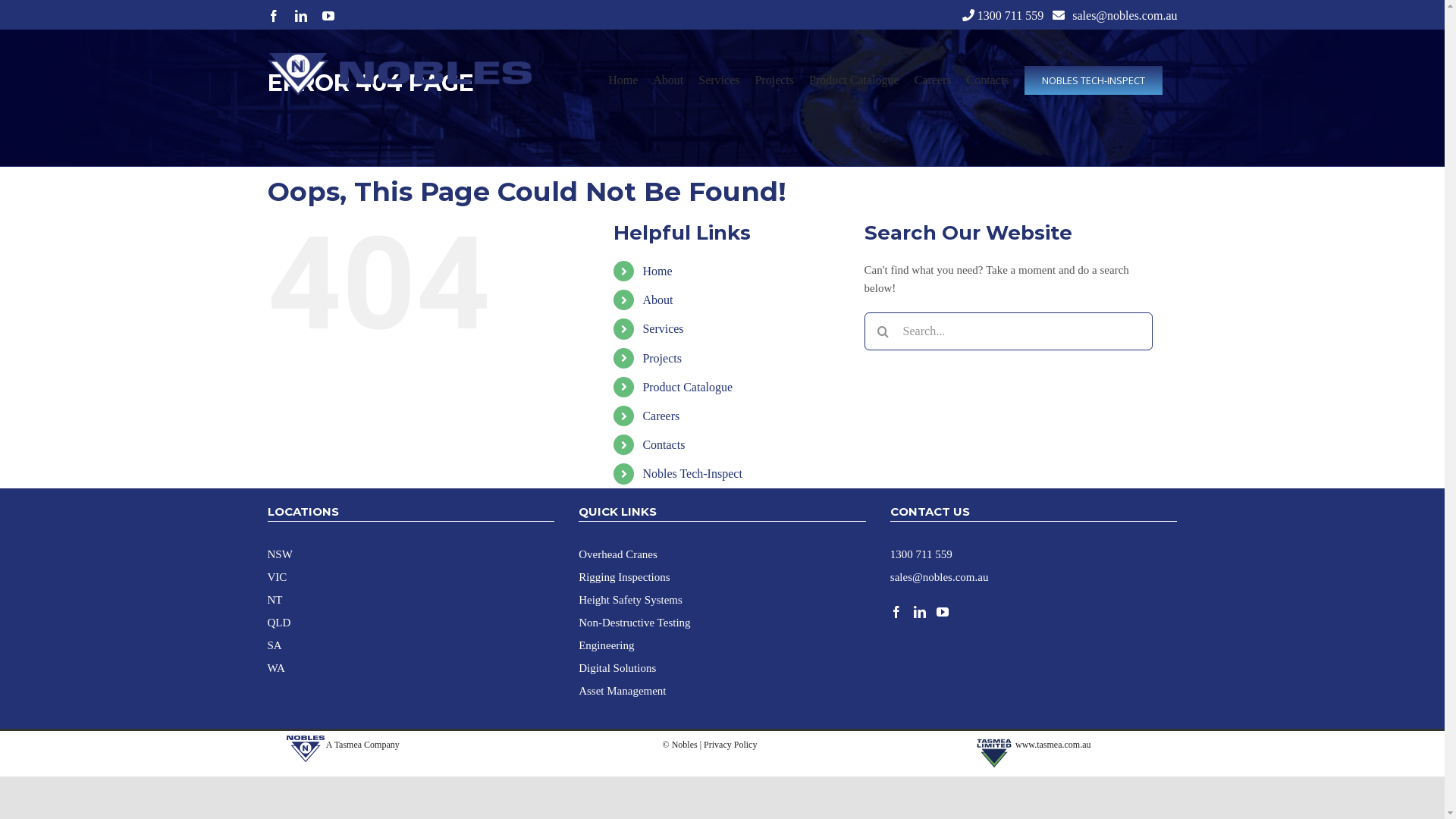 The height and width of the screenshot is (819, 1456). What do you see at coordinates (1023, 80) in the screenshot?
I see `'NOBLES TECH-INSPECT'` at bounding box center [1023, 80].